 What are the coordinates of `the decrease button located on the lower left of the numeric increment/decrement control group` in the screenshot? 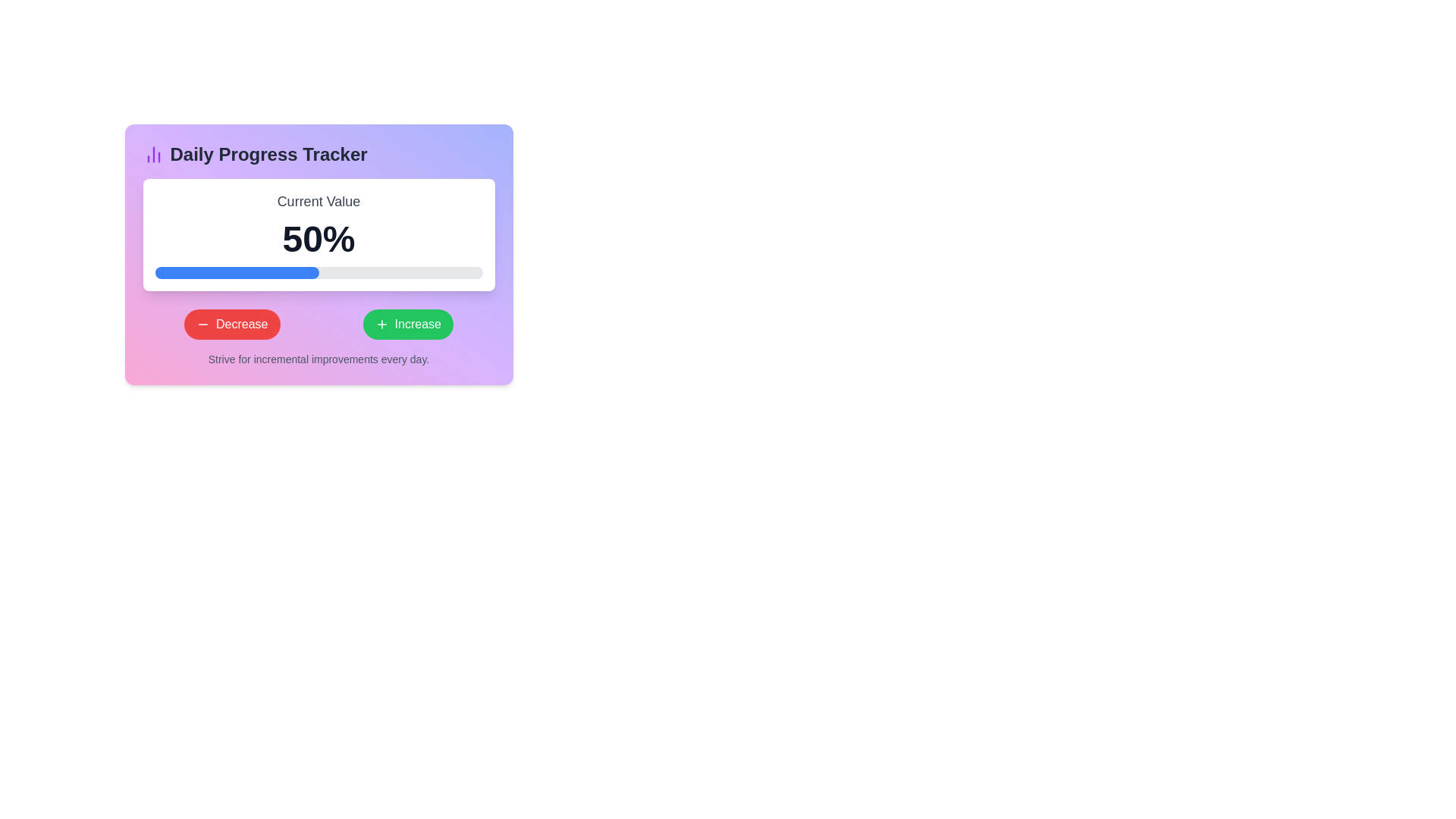 It's located at (231, 324).